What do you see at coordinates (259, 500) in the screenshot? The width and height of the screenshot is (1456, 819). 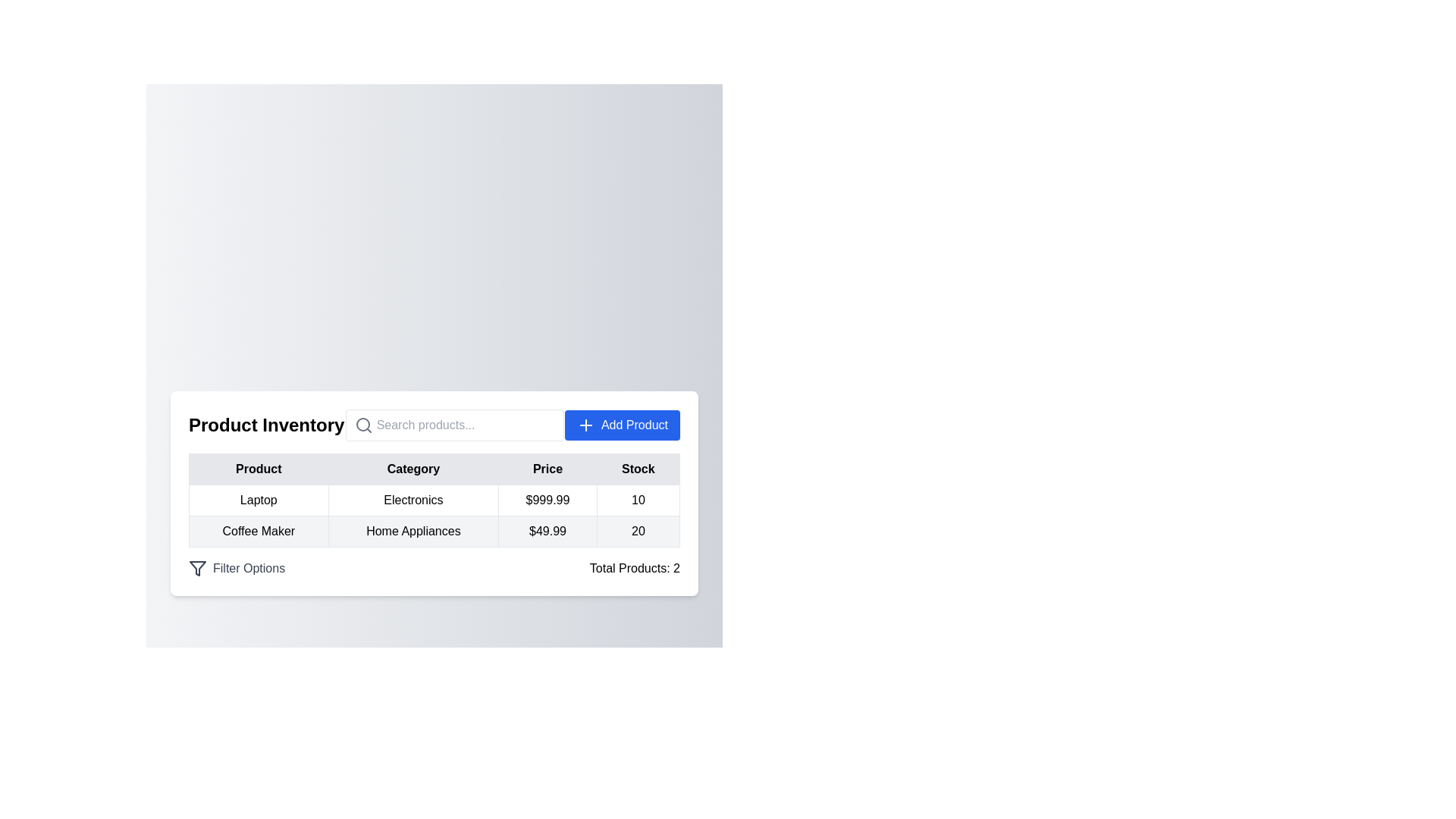 I see `the static text label element reading 'Laptop' in the 'Product Inventory' table, which is located in the first row under the 'Product' column` at bounding box center [259, 500].